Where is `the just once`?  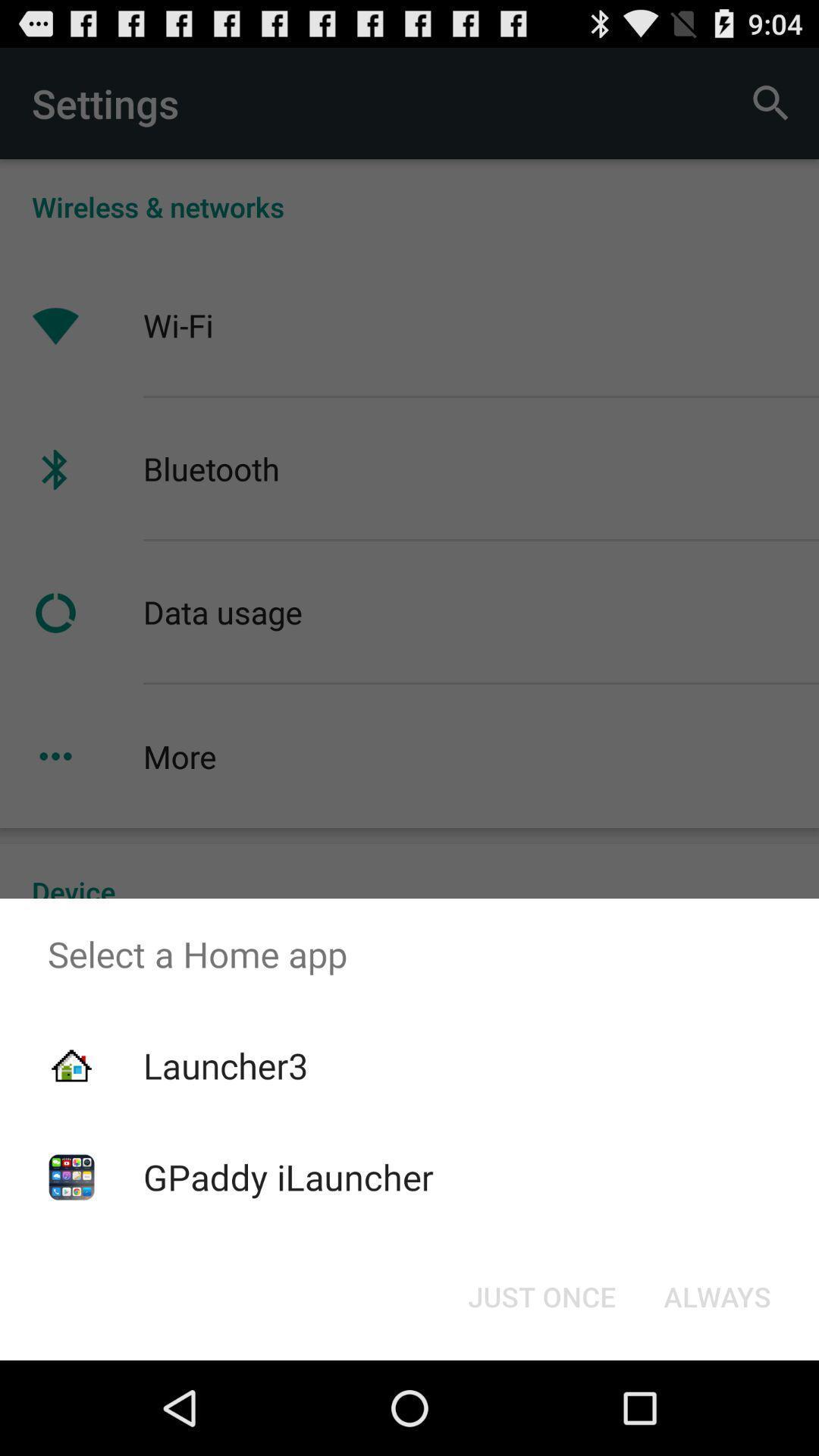 the just once is located at coordinates (541, 1295).